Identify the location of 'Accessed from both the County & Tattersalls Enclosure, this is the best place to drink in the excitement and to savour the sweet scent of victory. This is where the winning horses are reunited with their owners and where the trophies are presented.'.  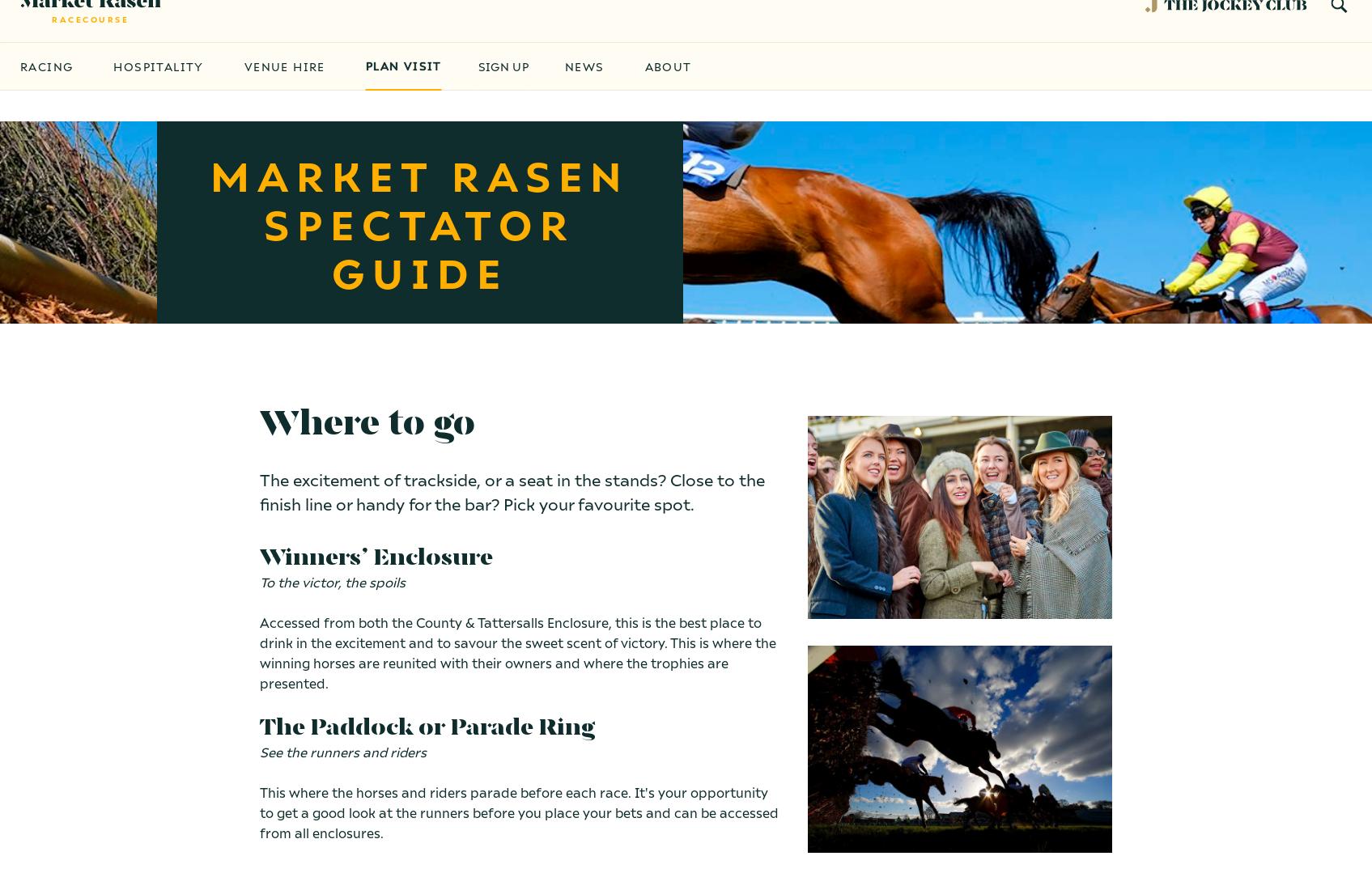
(516, 651).